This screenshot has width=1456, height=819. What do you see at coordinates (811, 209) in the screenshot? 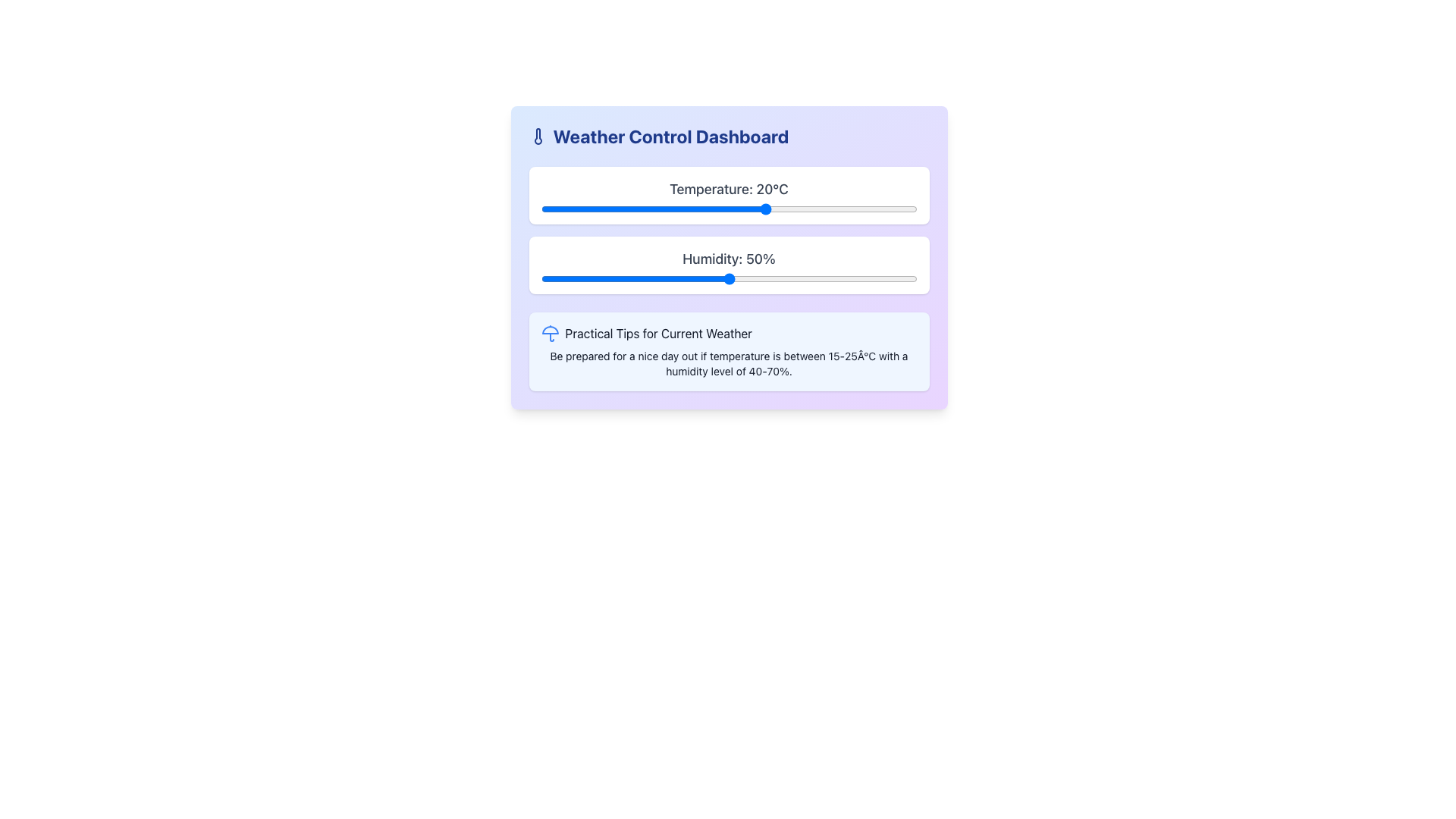
I see `the temperature` at bounding box center [811, 209].